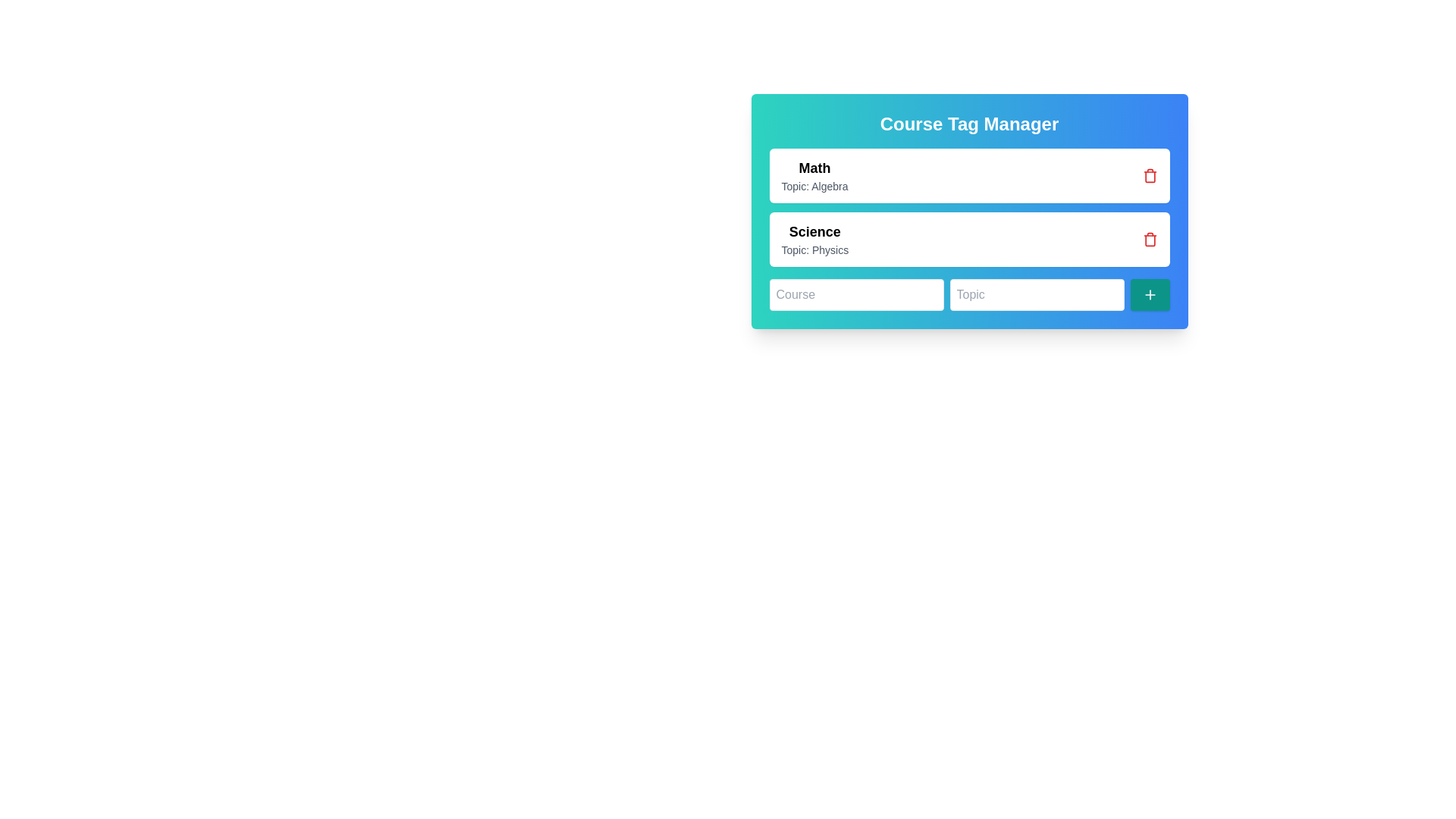 The width and height of the screenshot is (1456, 819). Describe the element at coordinates (1150, 239) in the screenshot. I see `the delete button icon associated with the entry labeled 'Science Topic: Physics'` at that location.